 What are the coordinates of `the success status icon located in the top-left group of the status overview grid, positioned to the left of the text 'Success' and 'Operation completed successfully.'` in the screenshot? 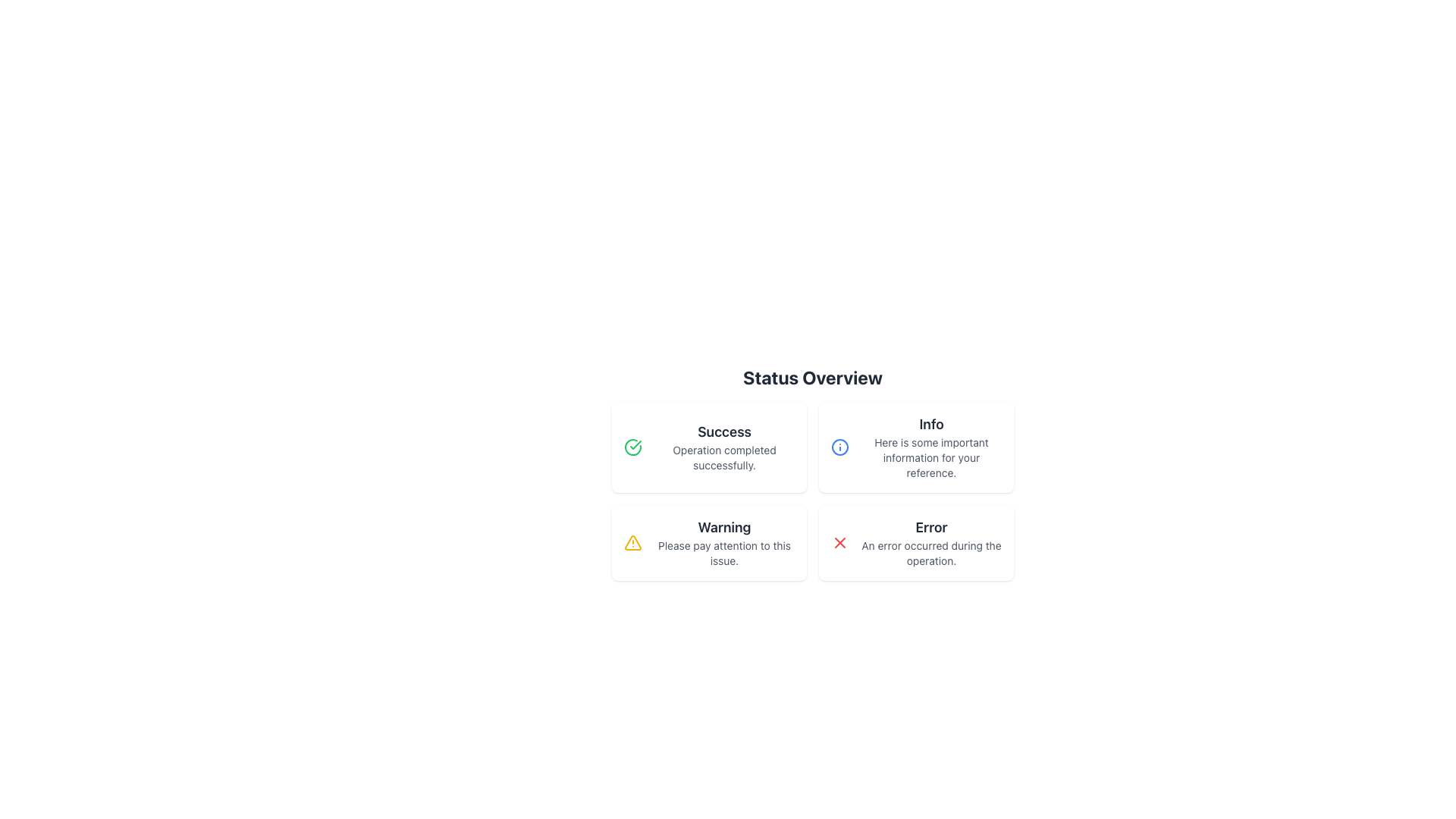 It's located at (633, 447).